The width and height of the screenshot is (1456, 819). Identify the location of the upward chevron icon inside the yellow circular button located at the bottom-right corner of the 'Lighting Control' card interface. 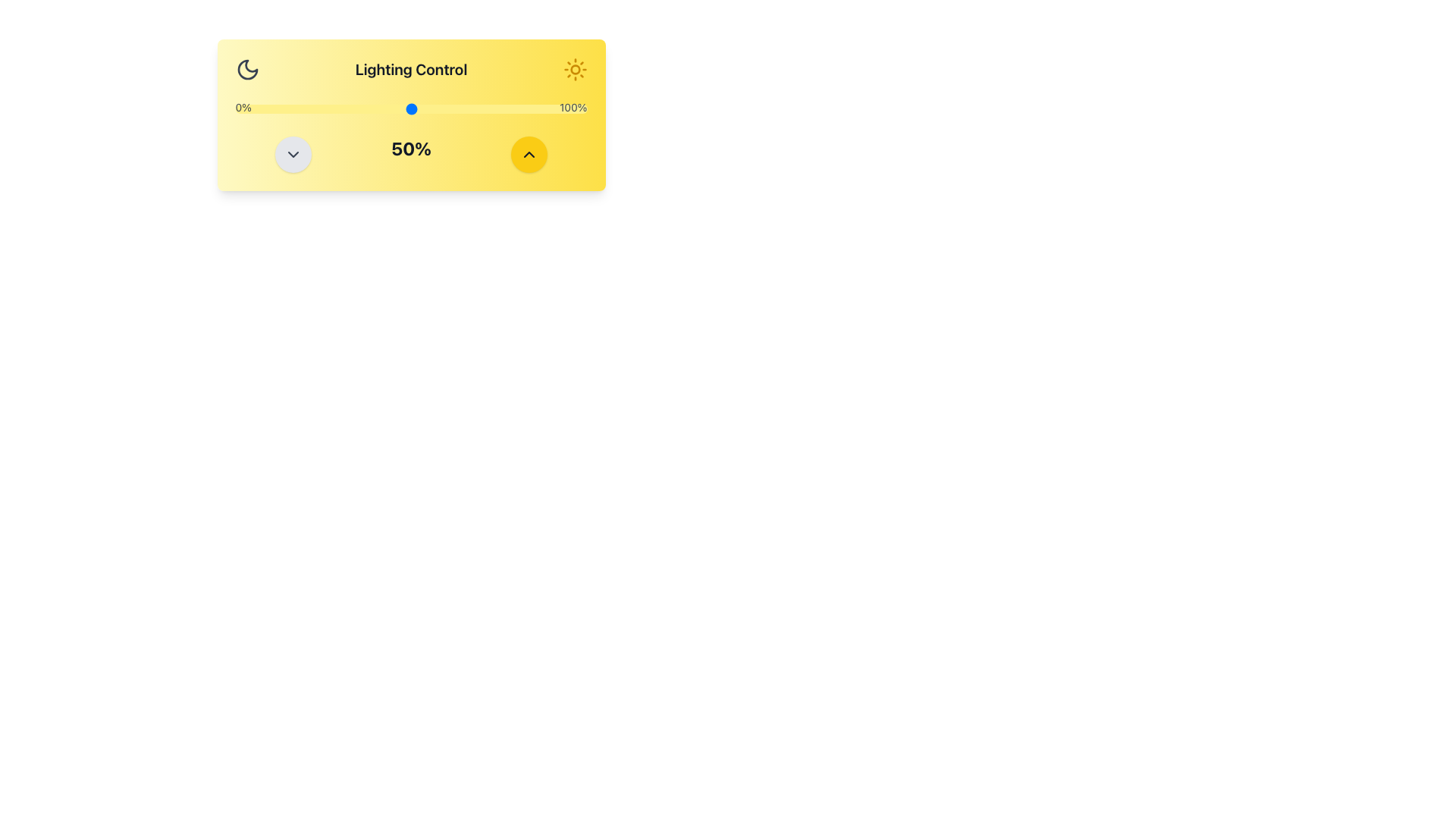
(529, 155).